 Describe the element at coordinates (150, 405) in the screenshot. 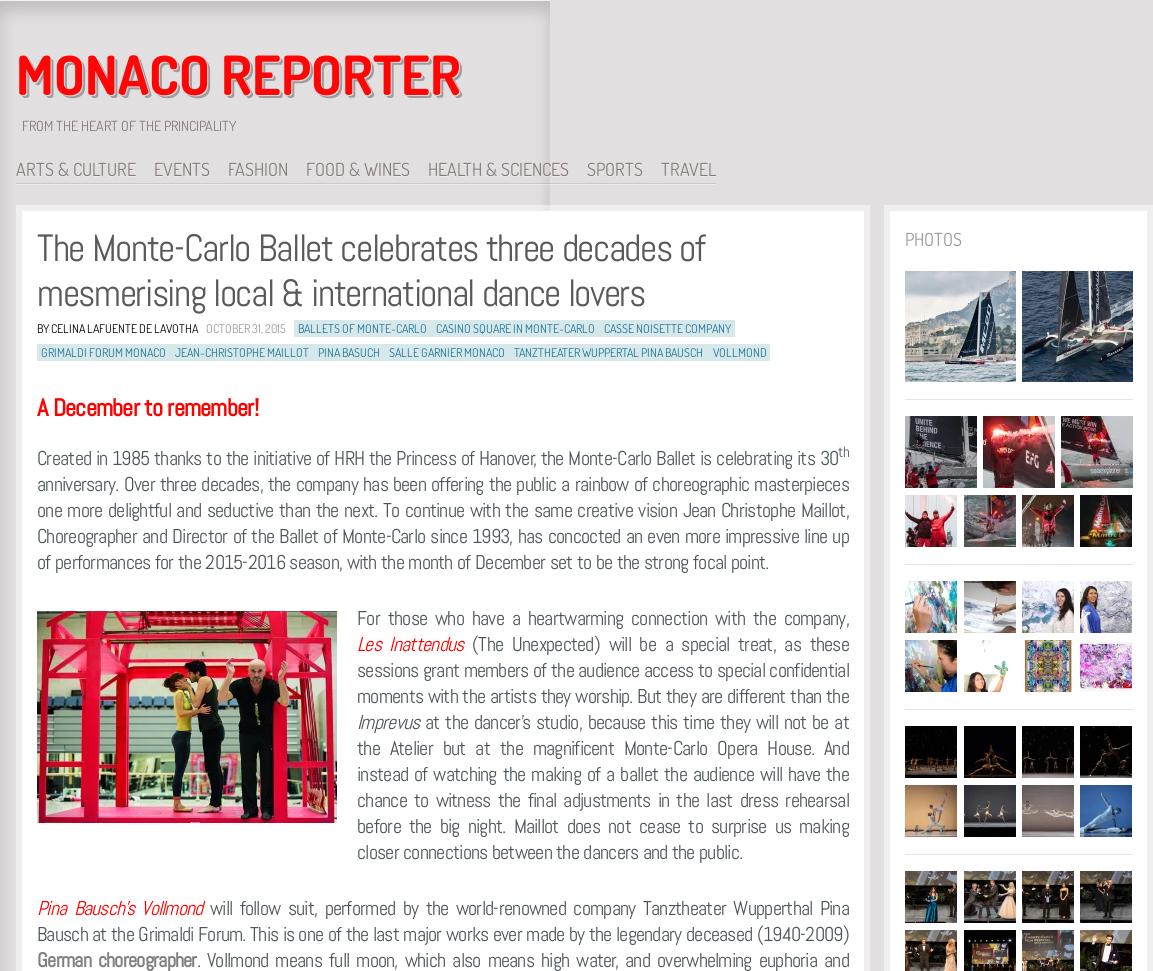

I see `'A December to remember!'` at that location.